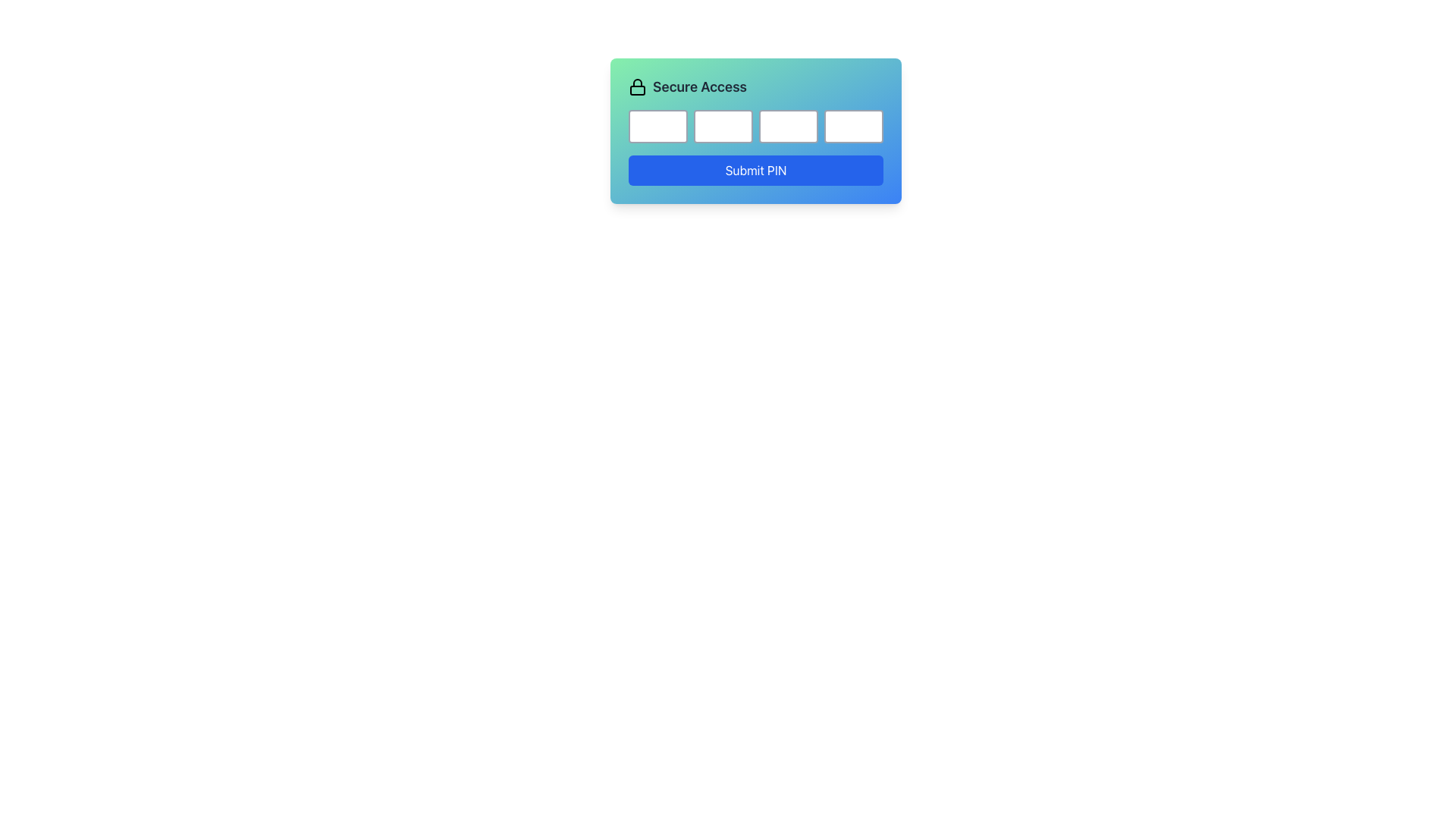  What do you see at coordinates (854, 125) in the screenshot?
I see `the fourth password input field with a gray border in the security prompt interface to focus on it` at bounding box center [854, 125].